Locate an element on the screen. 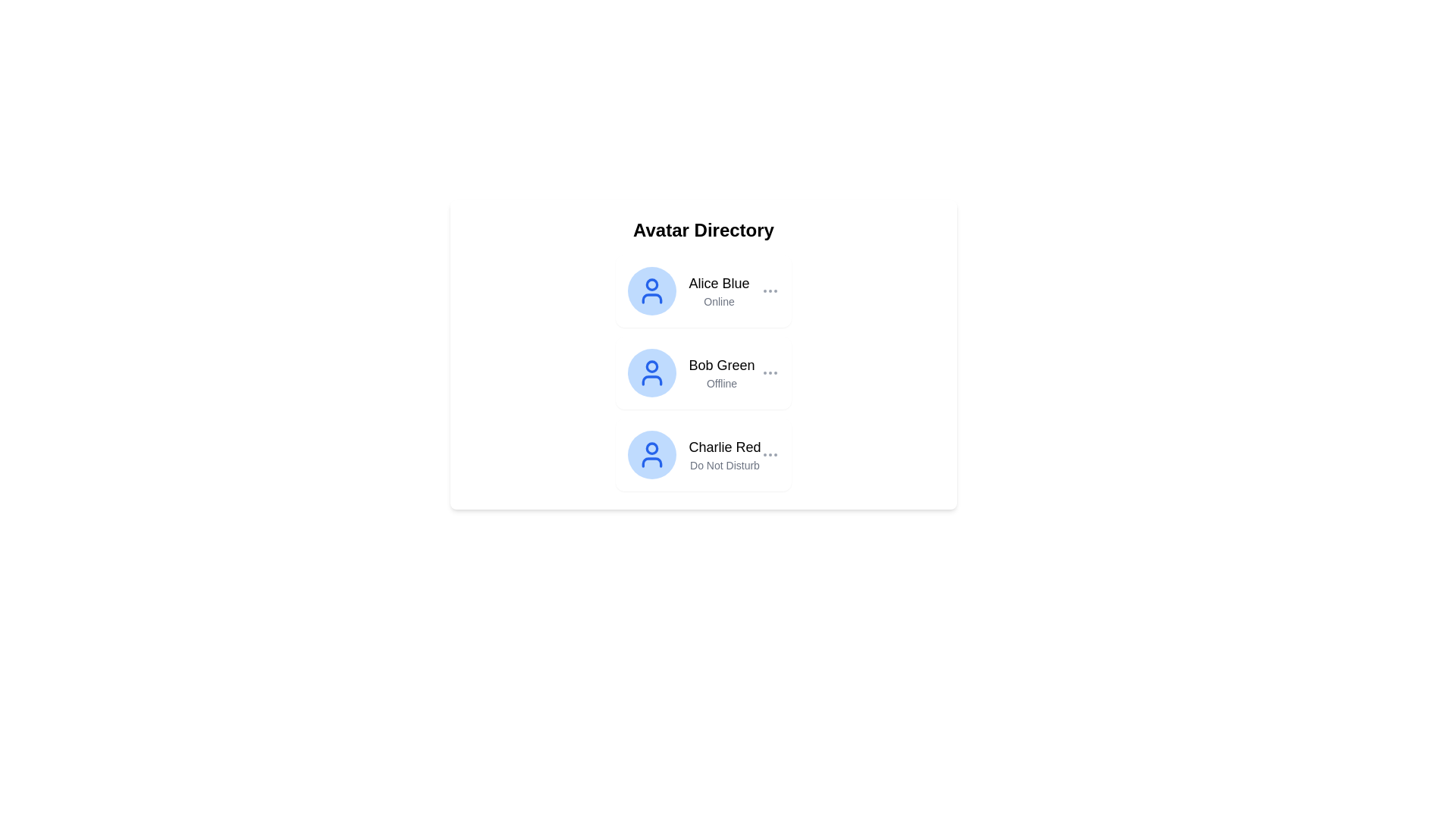 This screenshot has width=1456, height=819. the user avatar icon, which is circular in shape with a blue color, located in the Avatar Directory above the text 'Alice Blue' with the status 'Online' is located at coordinates (652, 291).